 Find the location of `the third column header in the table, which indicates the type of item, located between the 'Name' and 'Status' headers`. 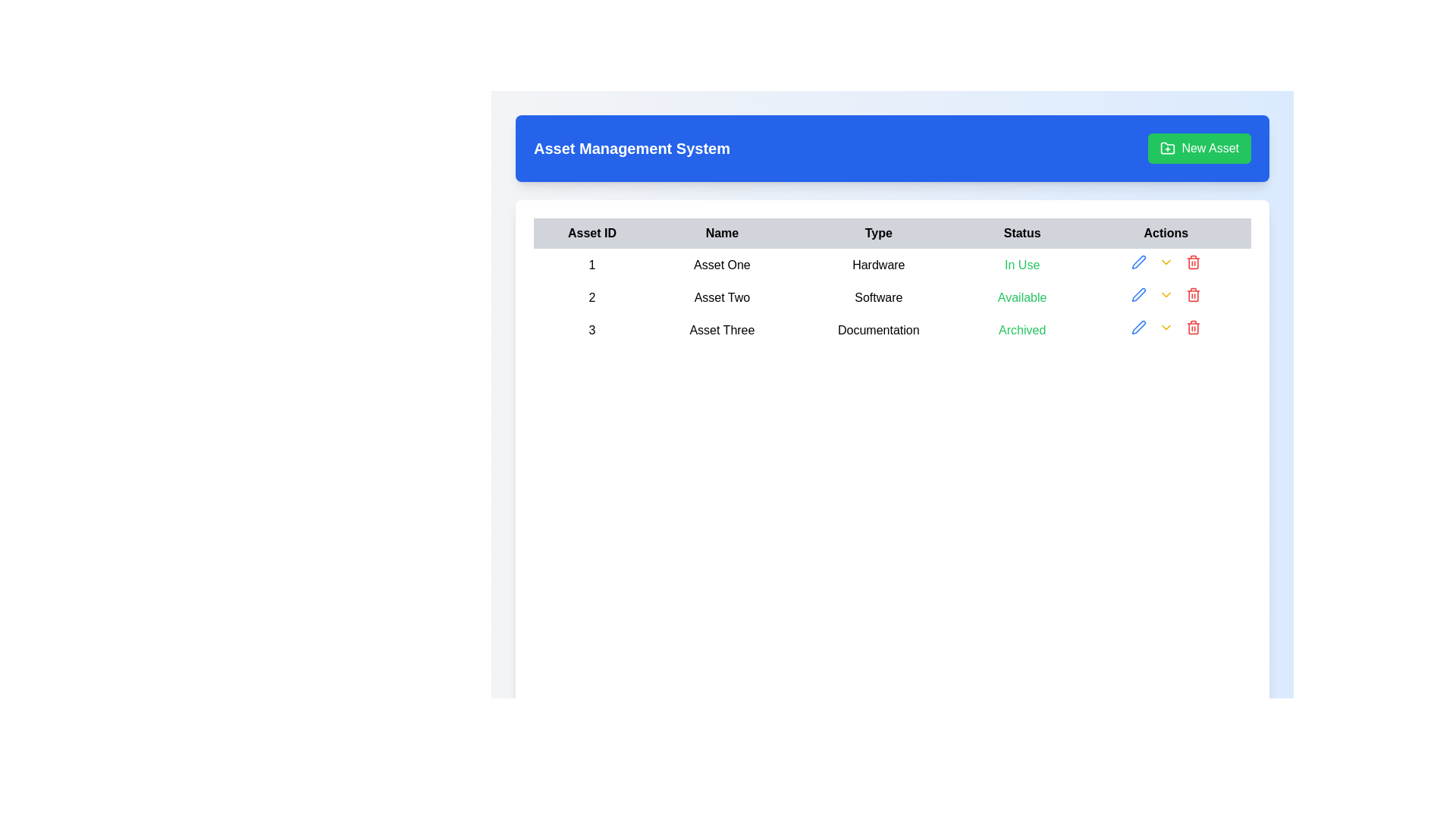

the third column header in the table, which indicates the type of item, located between the 'Name' and 'Status' headers is located at coordinates (878, 234).